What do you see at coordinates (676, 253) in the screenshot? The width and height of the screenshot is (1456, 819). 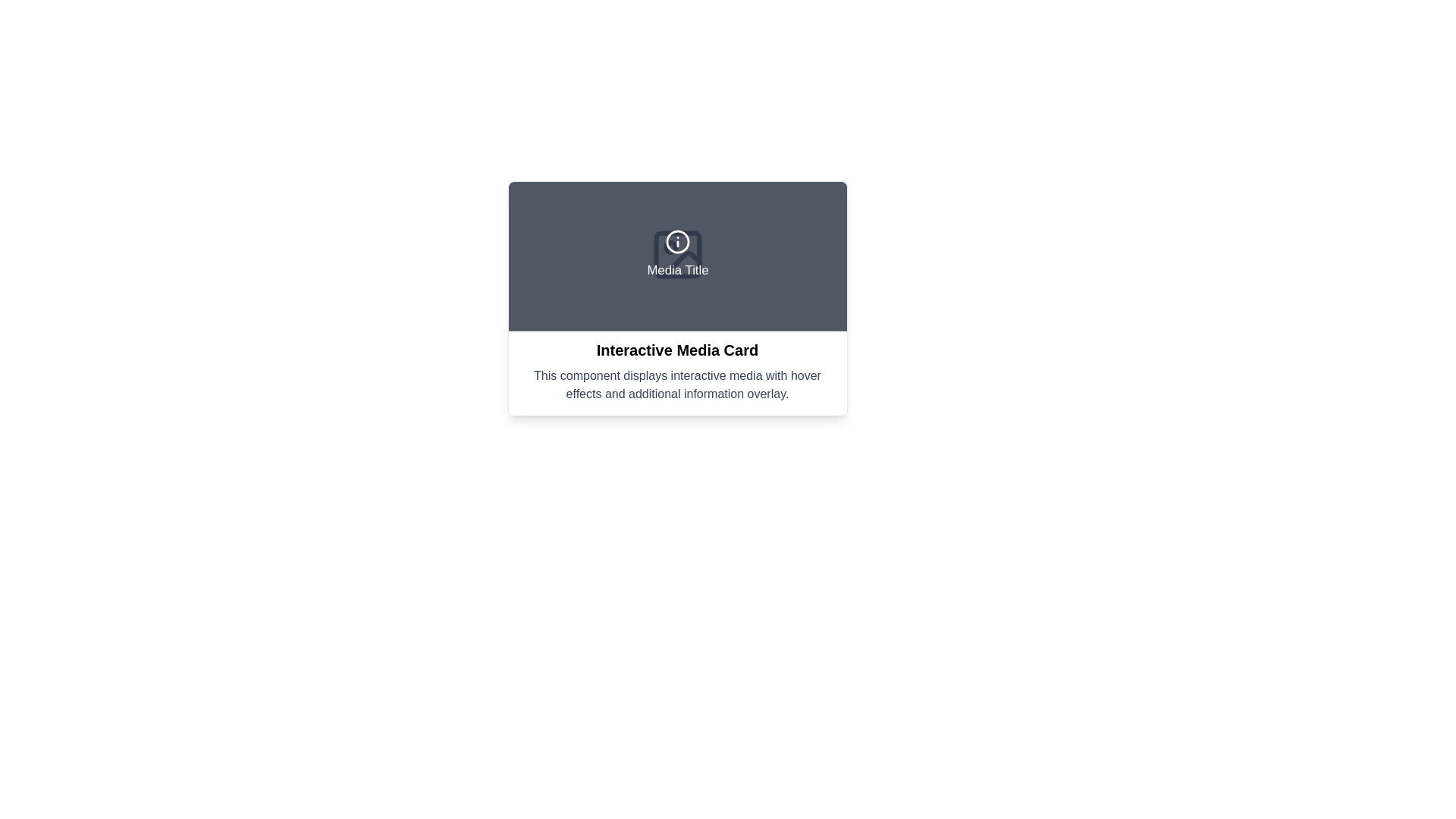 I see `the gray icon with a simple stroke design located centrally in the dark header section of the card interface` at bounding box center [676, 253].